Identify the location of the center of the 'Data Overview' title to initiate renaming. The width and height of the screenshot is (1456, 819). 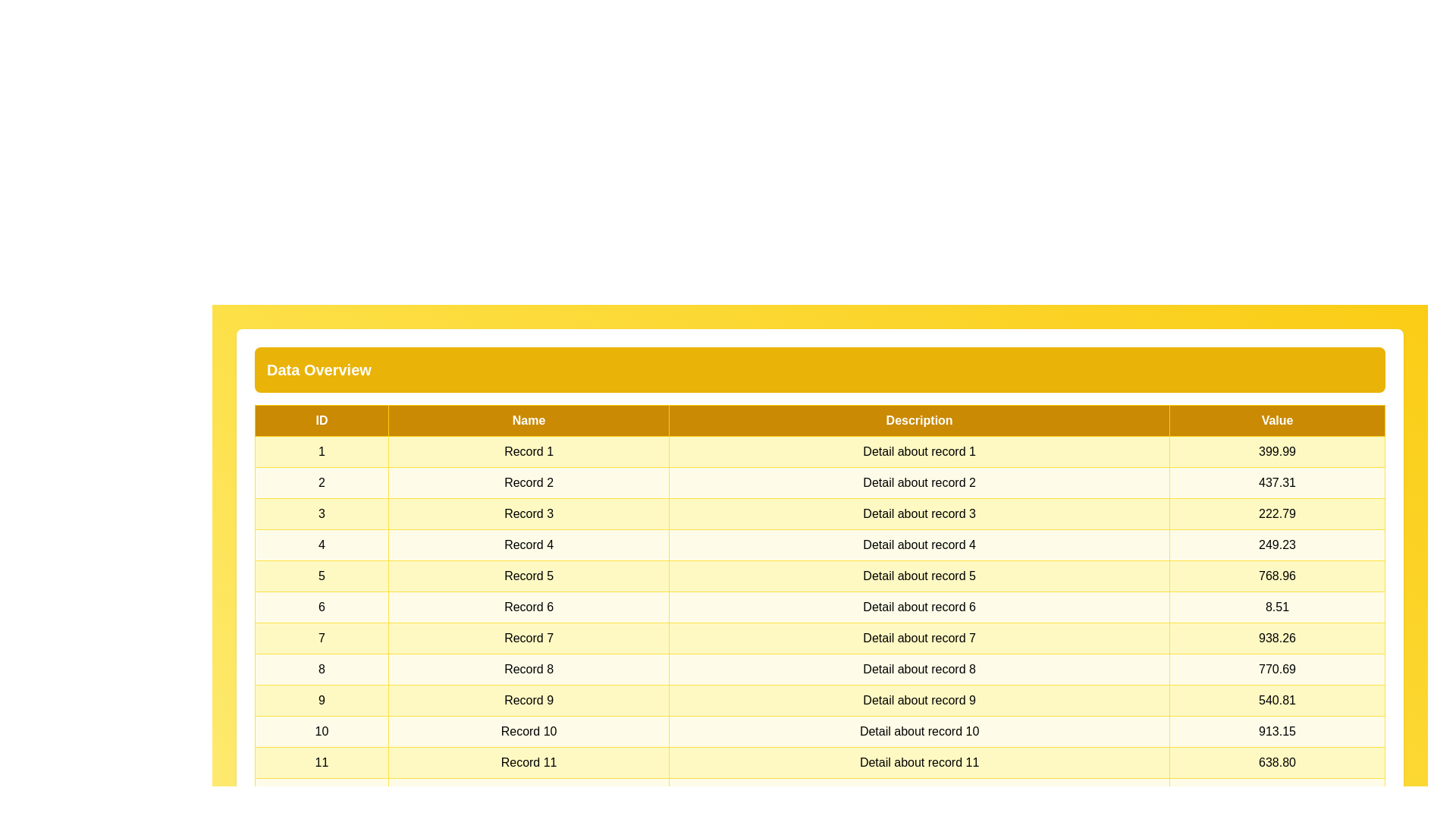
(819, 370).